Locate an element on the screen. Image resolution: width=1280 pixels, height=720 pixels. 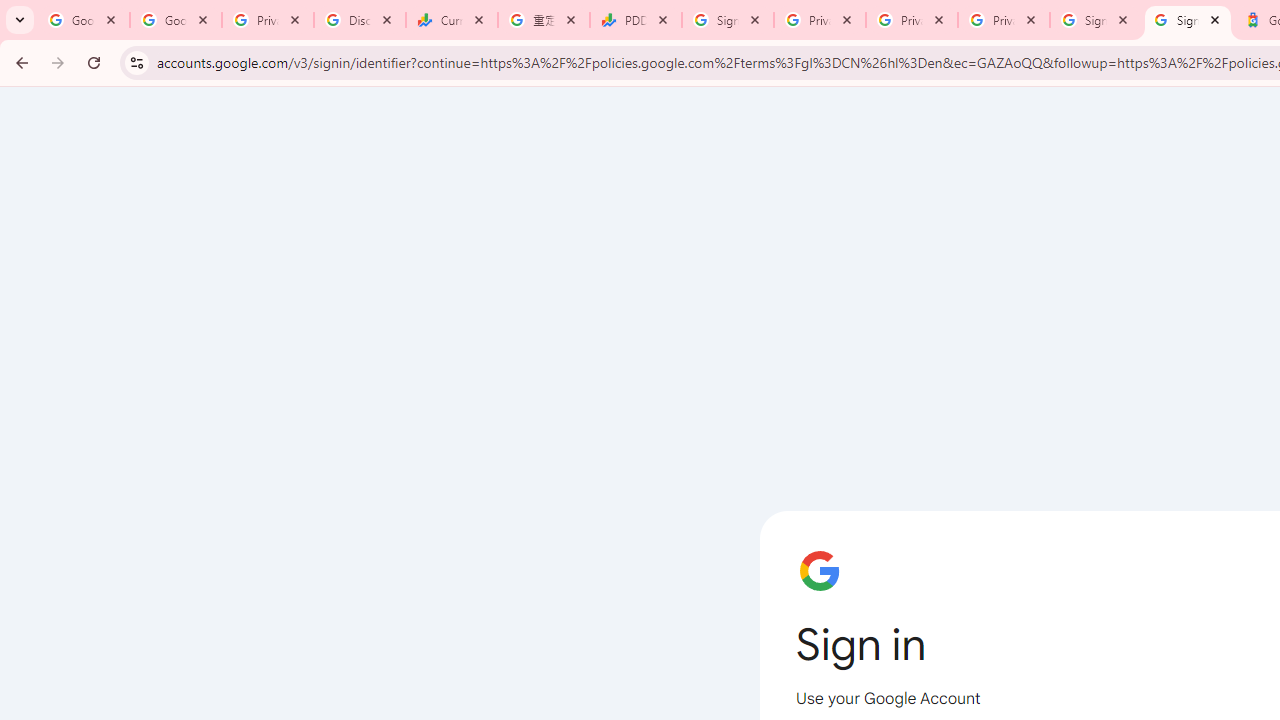
'Google Workspace Admin Community' is located at coordinates (82, 20).